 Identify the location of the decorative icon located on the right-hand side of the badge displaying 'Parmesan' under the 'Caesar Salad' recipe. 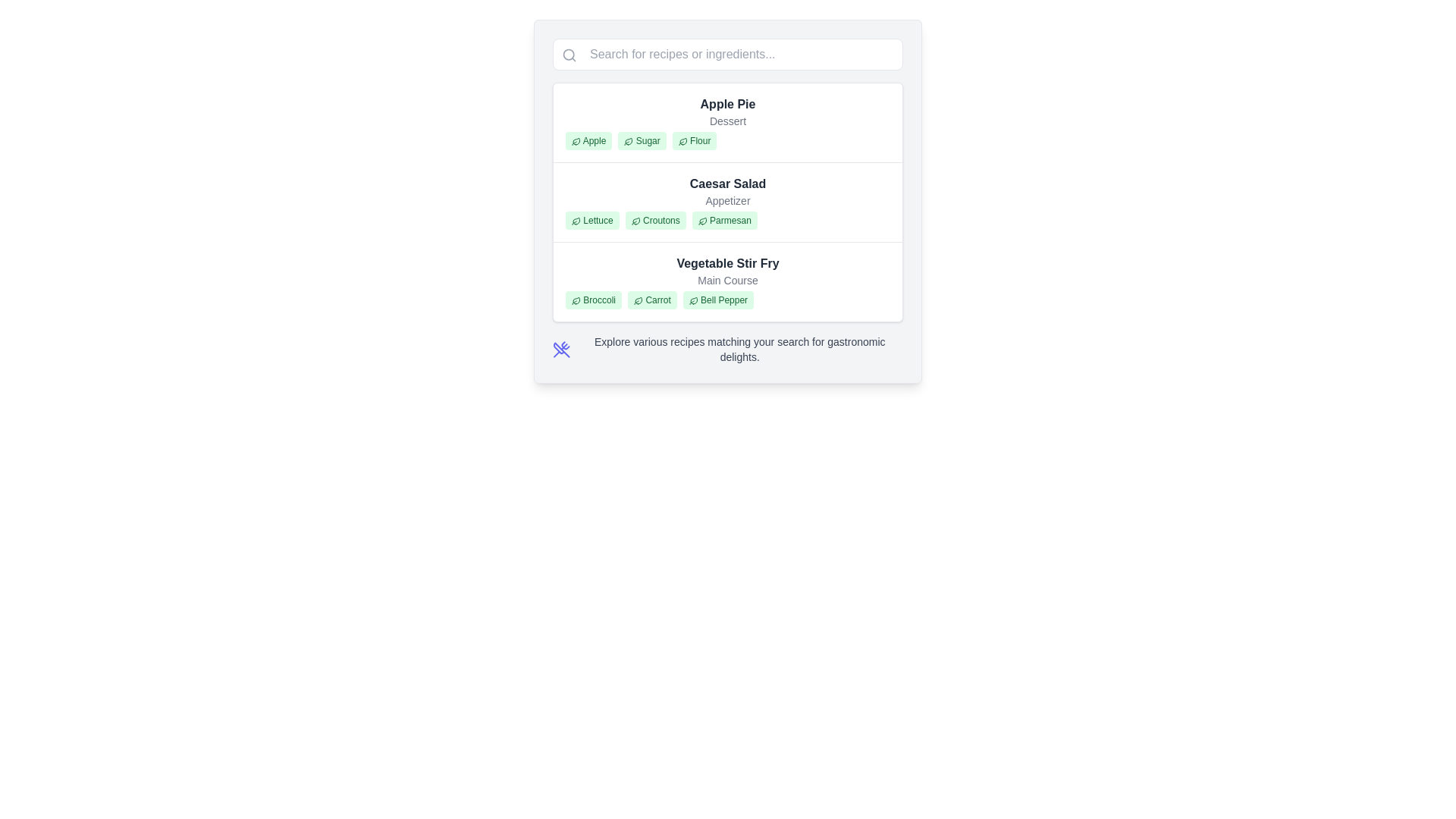
(701, 221).